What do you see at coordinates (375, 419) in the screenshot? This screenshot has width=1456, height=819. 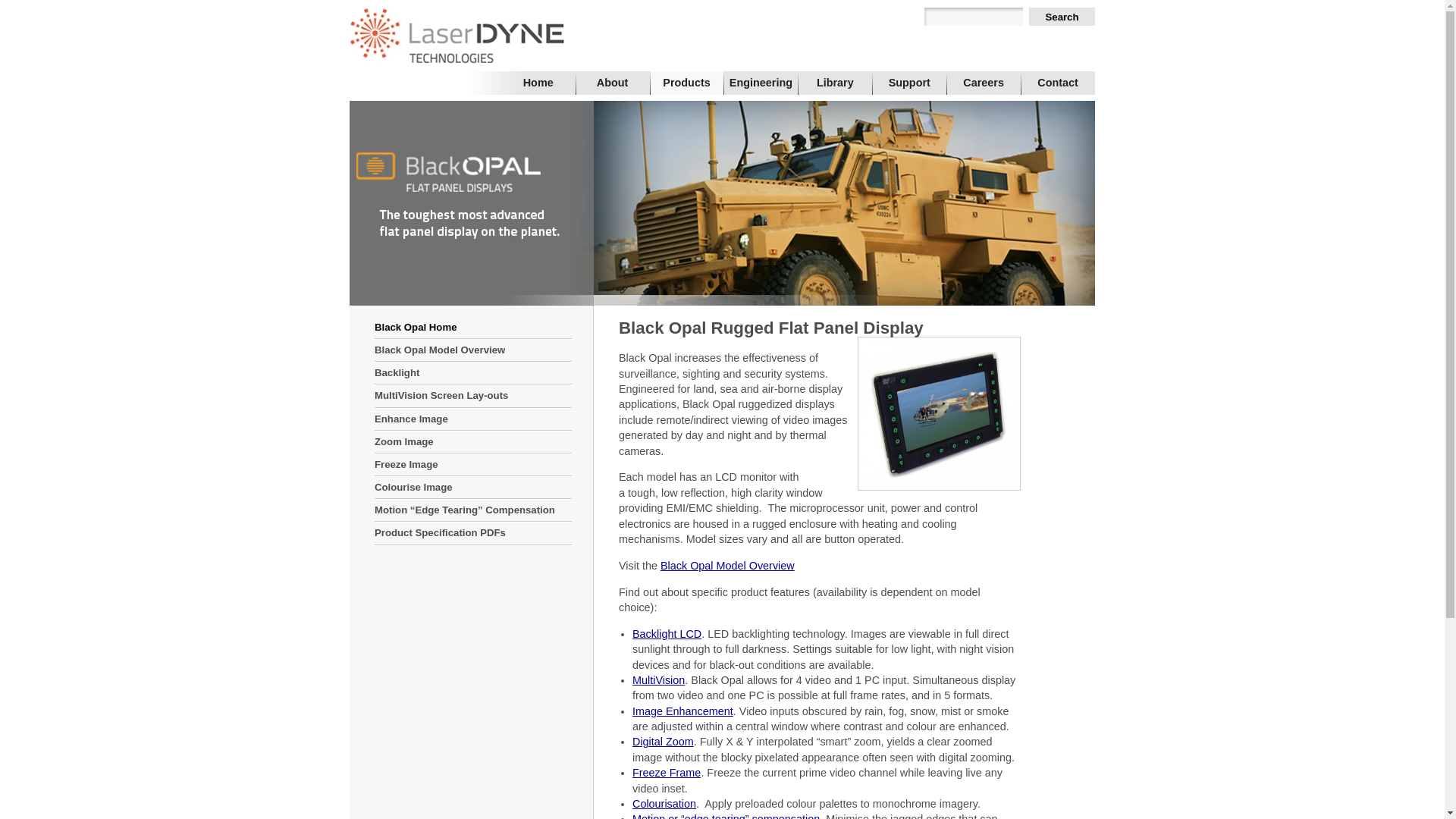 I see `'Enhance Image'` at bounding box center [375, 419].